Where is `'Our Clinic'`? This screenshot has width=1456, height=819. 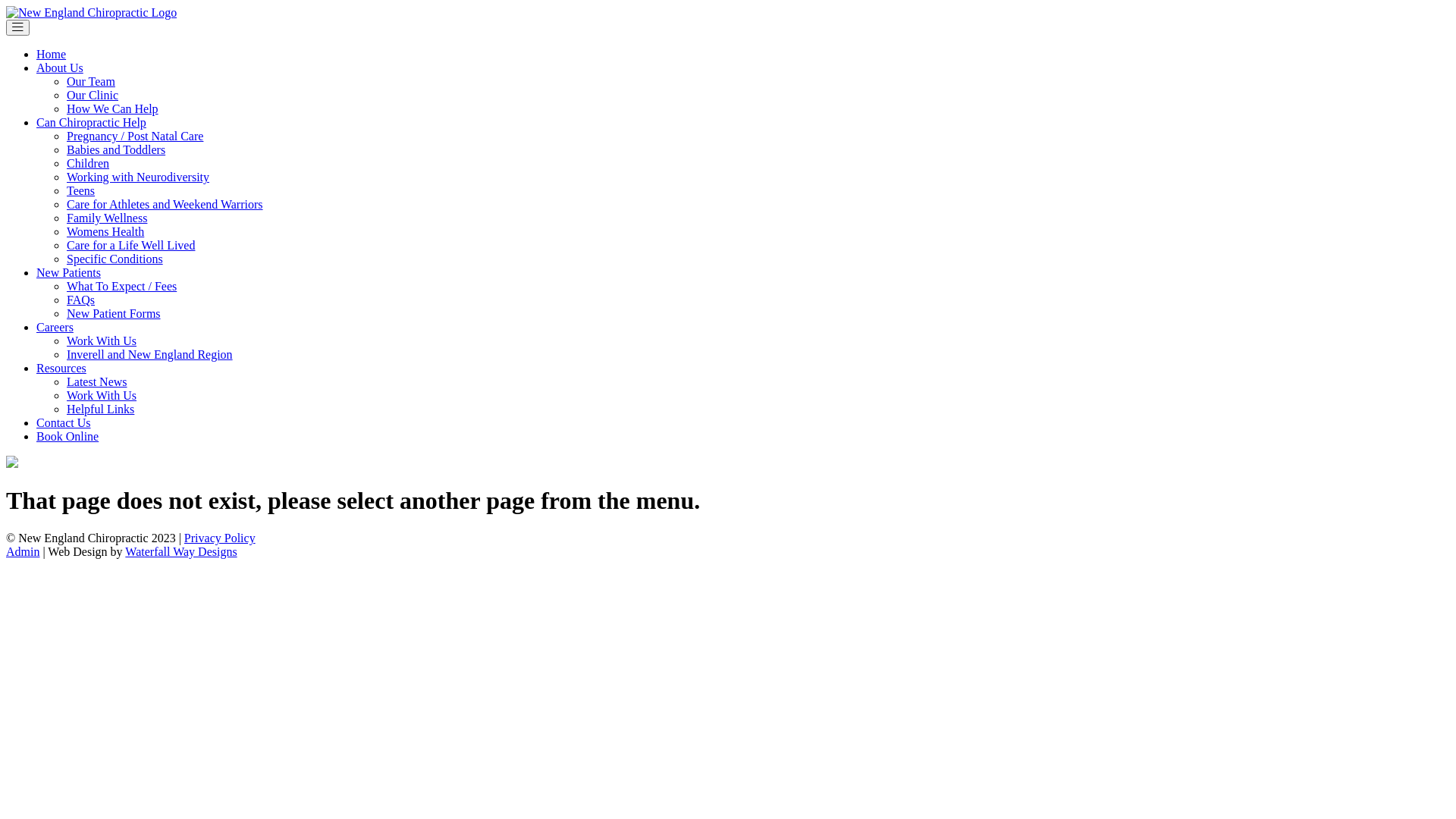
'Our Clinic' is located at coordinates (65, 95).